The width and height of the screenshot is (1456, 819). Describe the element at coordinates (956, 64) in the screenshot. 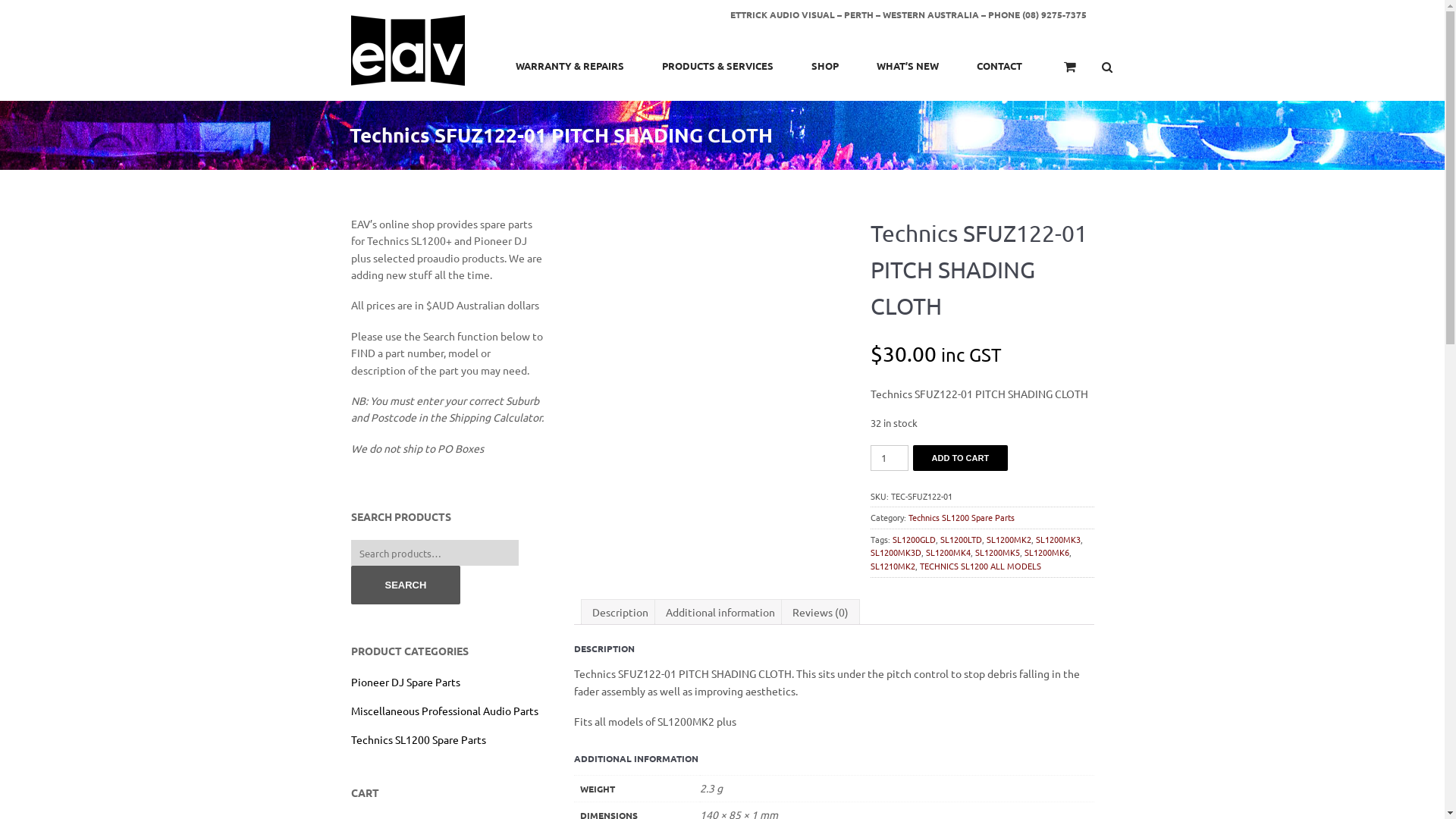

I see `'CONTACT'` at that location.